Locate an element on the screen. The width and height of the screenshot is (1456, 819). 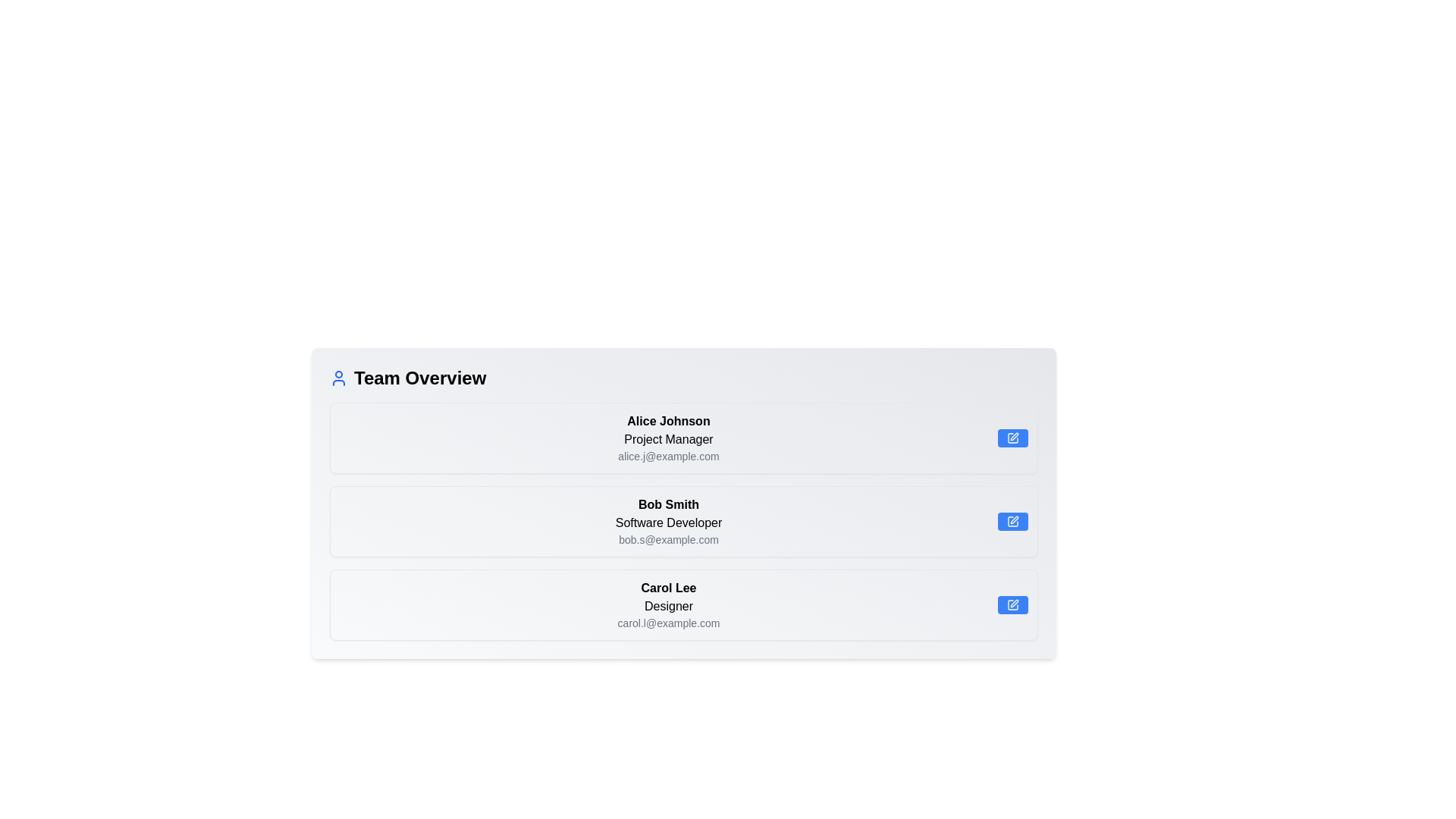
the editing icon represented by a square-pen next to the entry labeled 'Alice Johnson' in the team members list is located at coordinates (1012, 438).